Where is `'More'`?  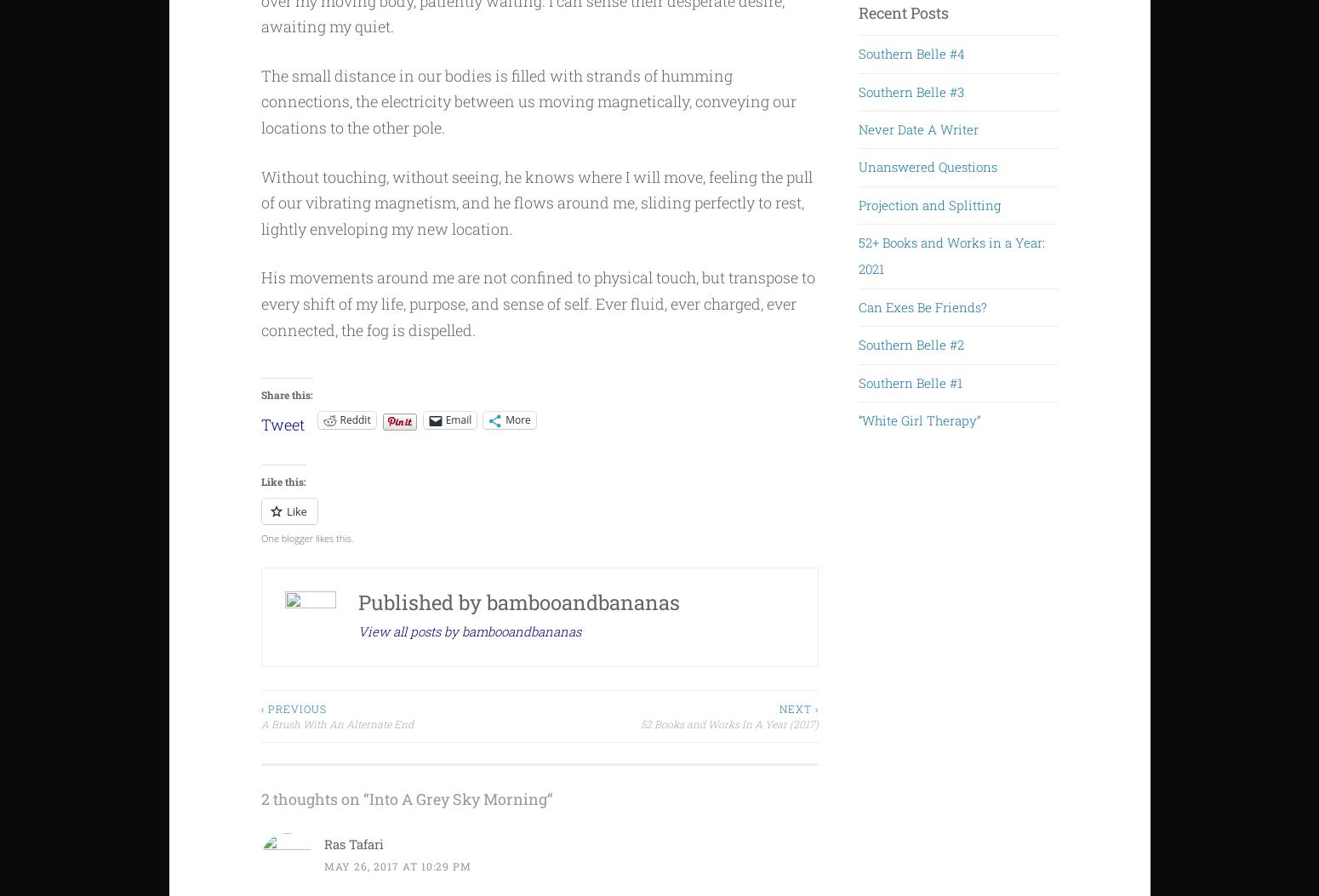
'More' is located at coordinates (517, 419).